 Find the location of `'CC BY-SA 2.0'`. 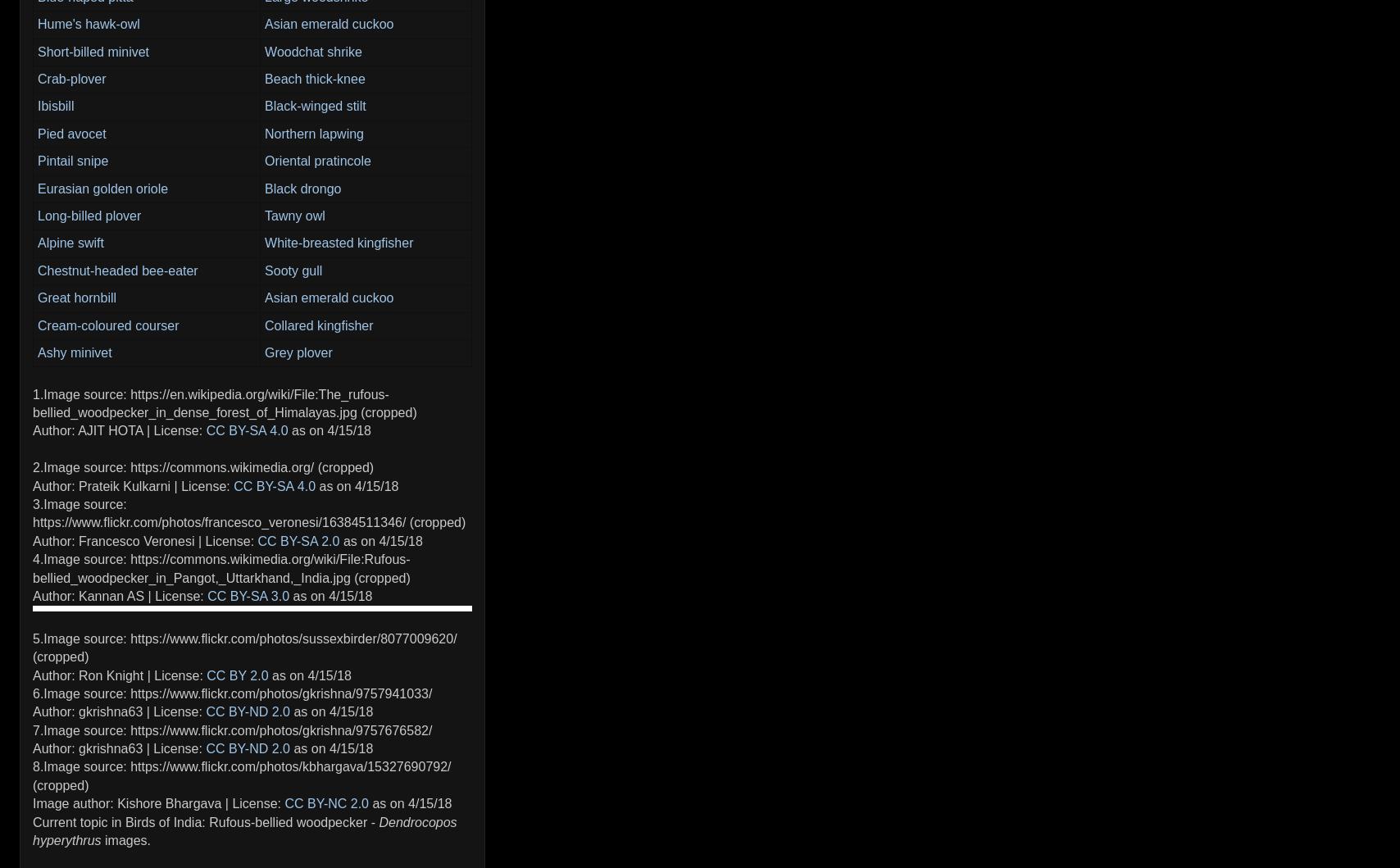

'CC BY-SA 2.0' is located at coordinates (257, 540).